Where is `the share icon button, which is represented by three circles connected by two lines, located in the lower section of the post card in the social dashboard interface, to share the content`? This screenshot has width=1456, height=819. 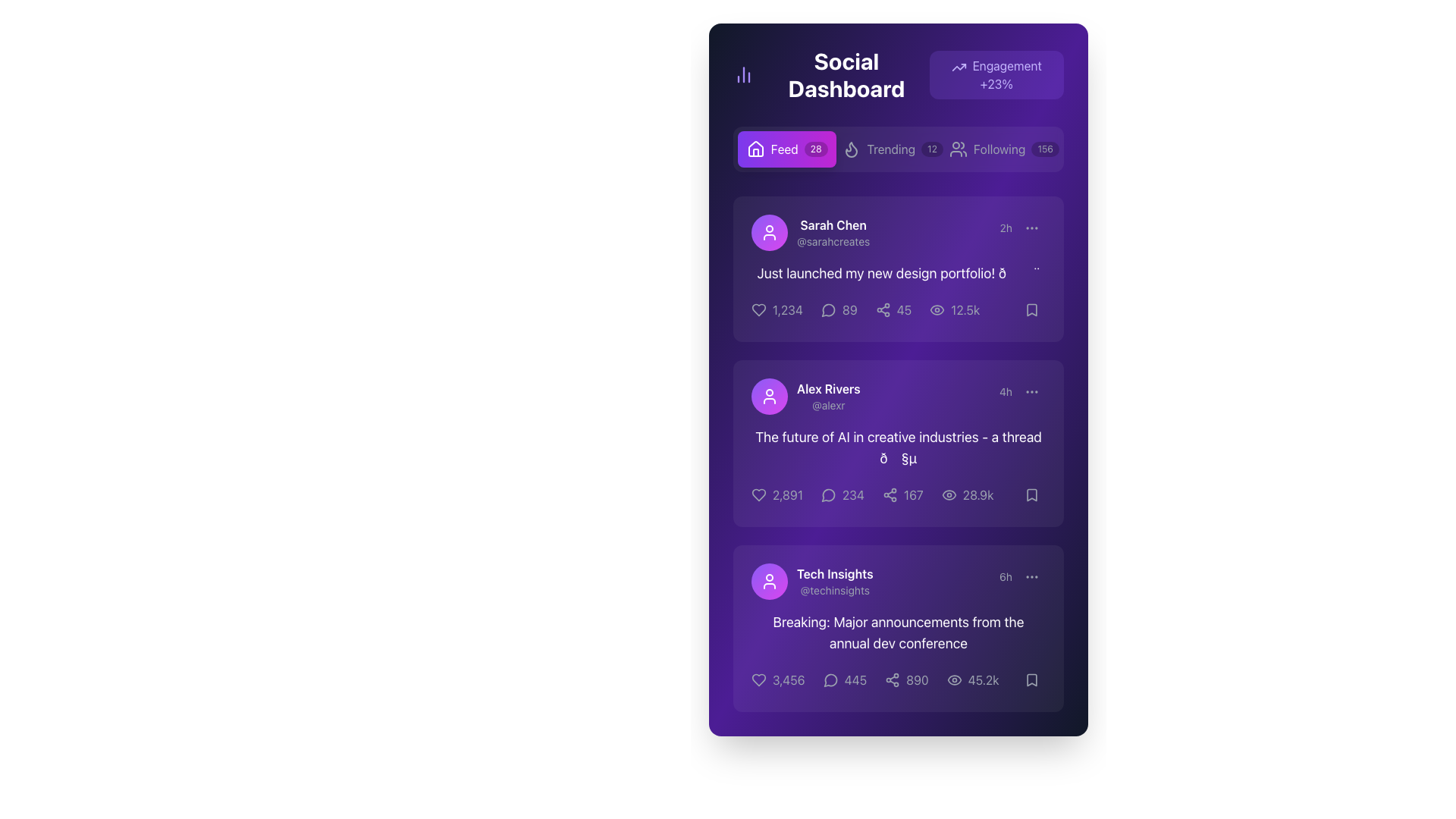 the share icon button, which is represented by three circles connected by two lines, located in the lower section of the post card in the social dashboard interface, to share the content is located at coordinates (892, 679).